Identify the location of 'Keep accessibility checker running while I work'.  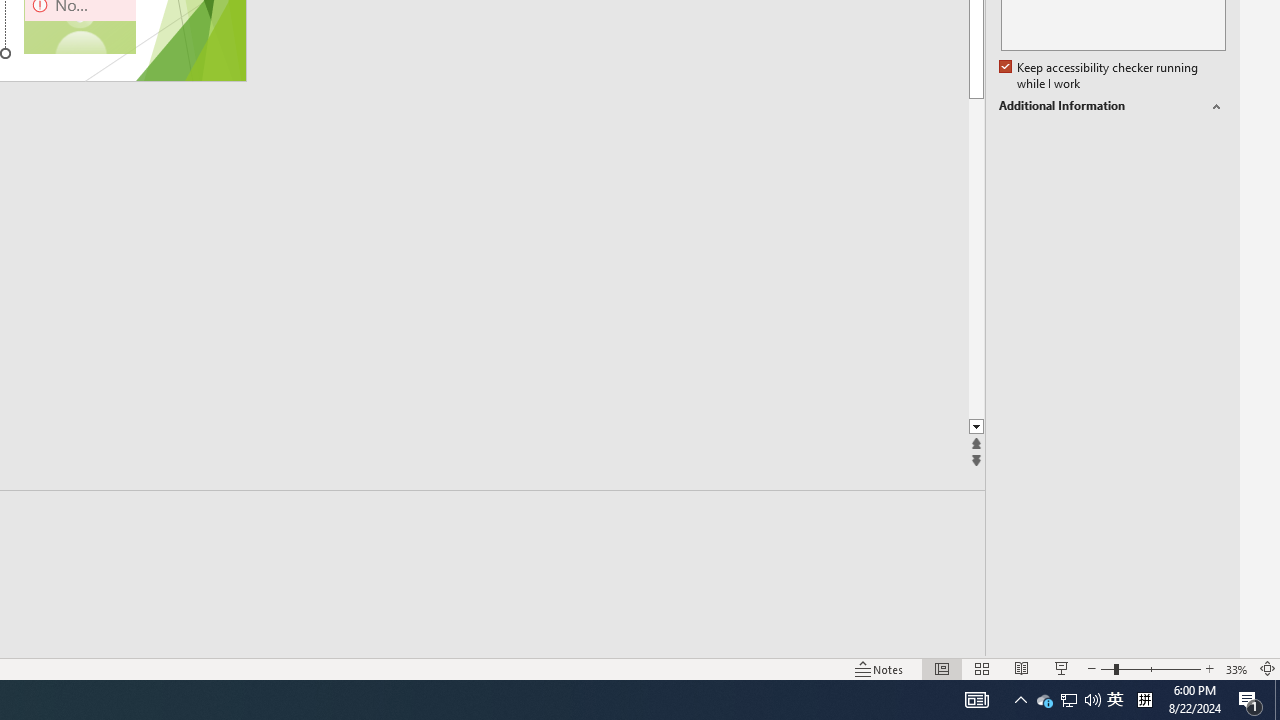
(1099, 75).